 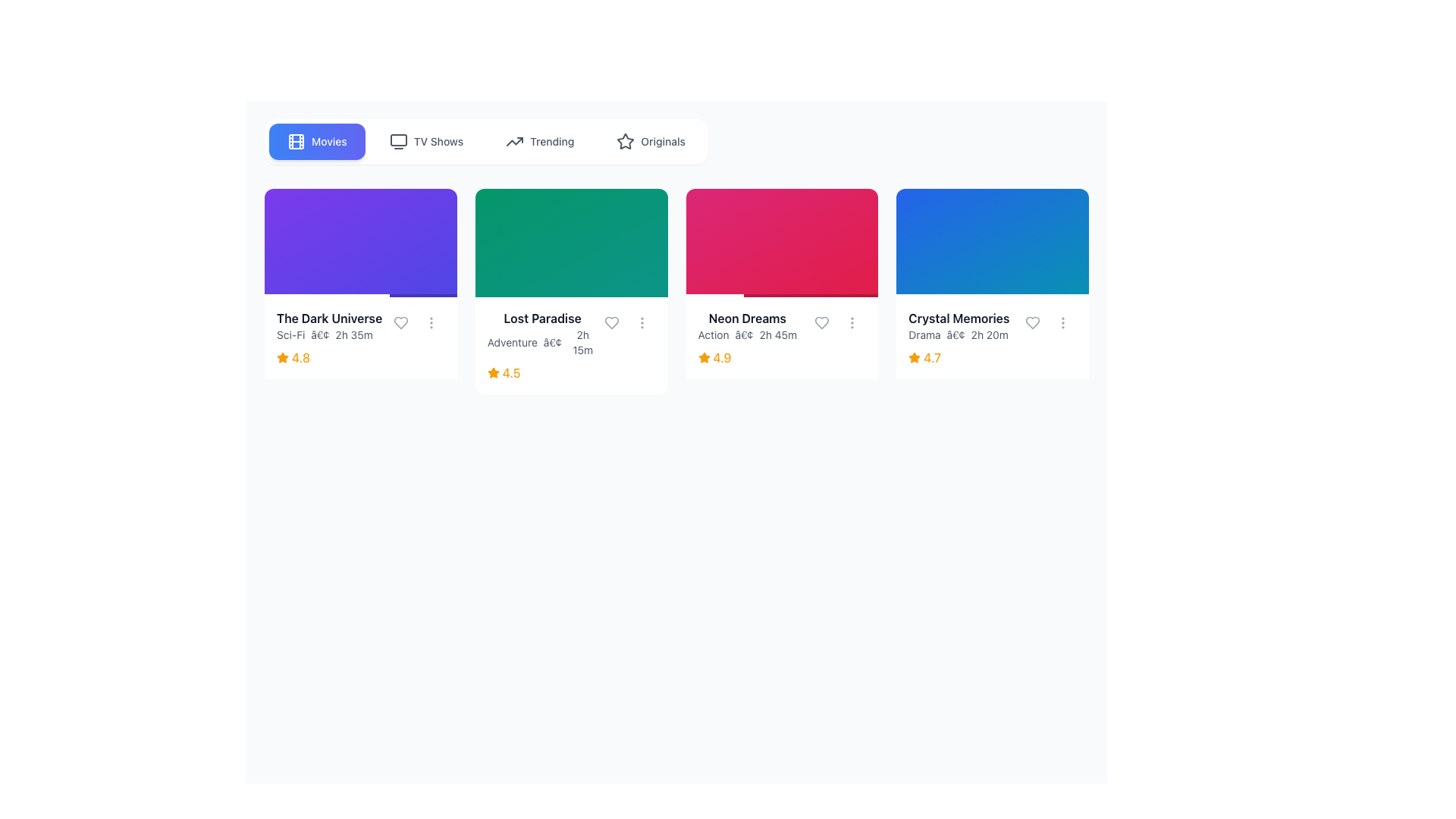 What do you see at coordinates (539, 141) in the screenshot?
I see `the 'Trending' button, which is the third button in a horizontal list at the top of the interface` at bounding box center [539, 141].